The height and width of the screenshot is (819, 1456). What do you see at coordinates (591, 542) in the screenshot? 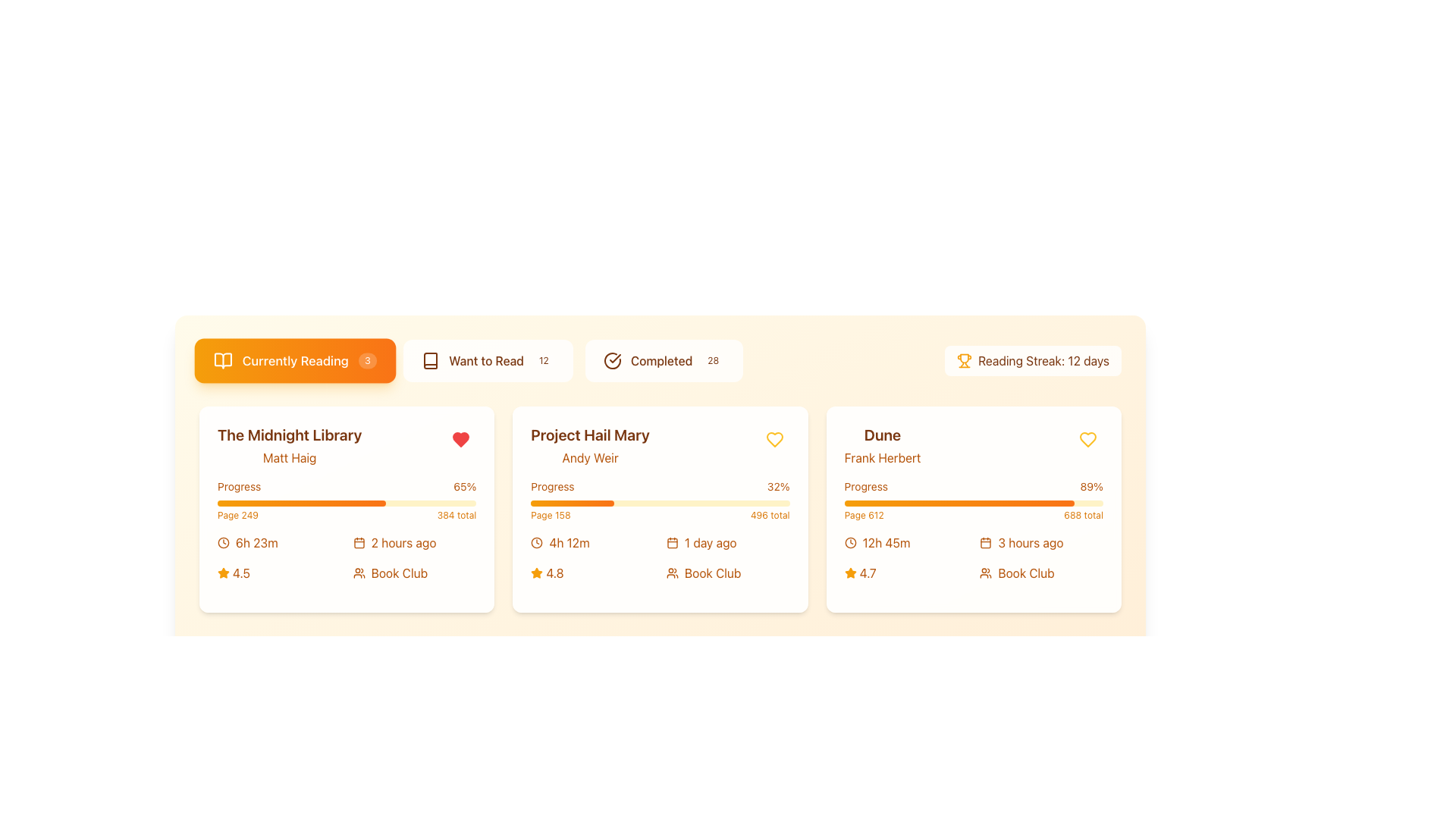
I see `the clock icon displaying the time duration '4h 12m' in amber color, located in the left-bottom section of the 'Project Hail Mary' card` at bounding box center [591, 542].